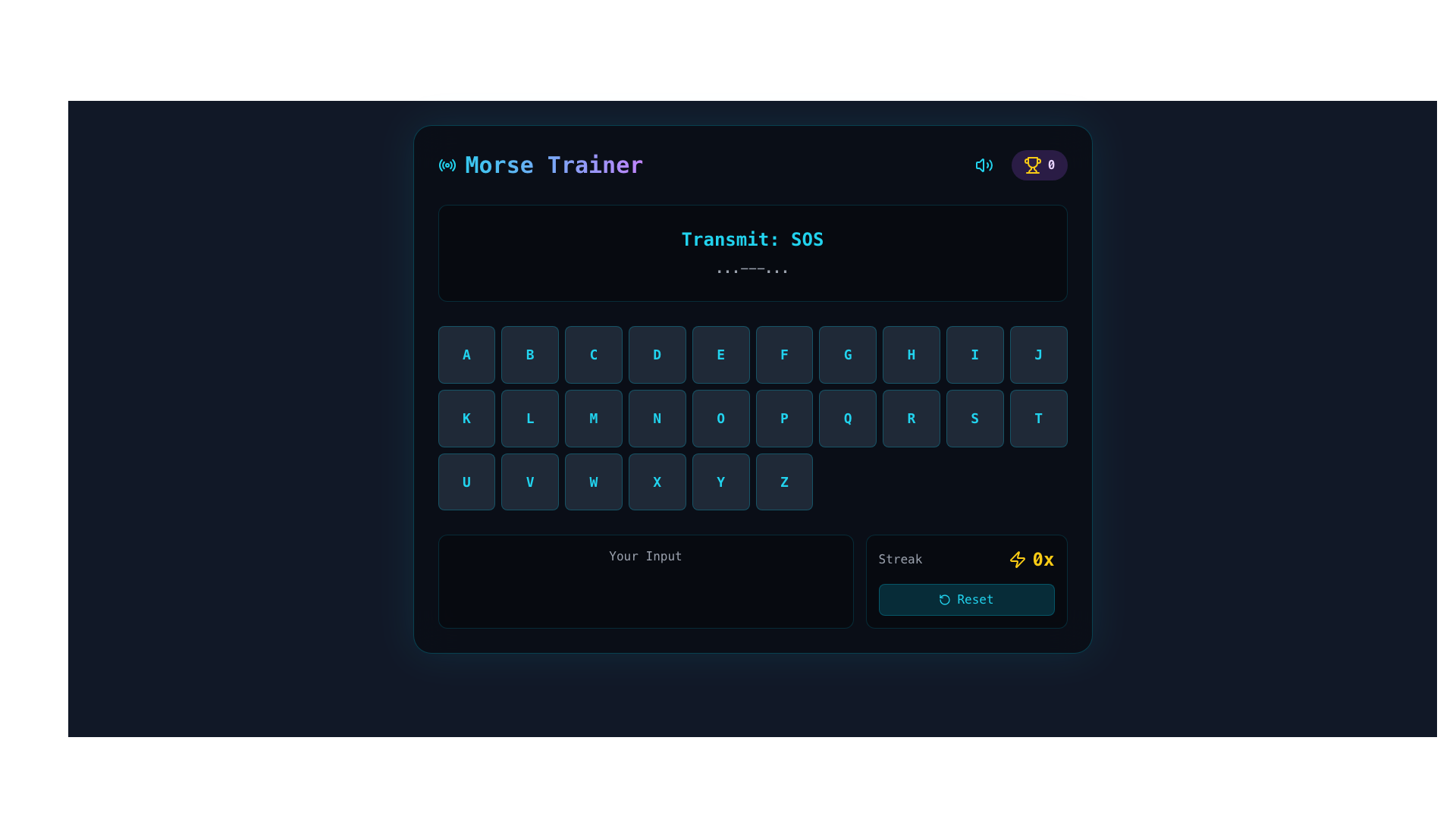 This screenshot has width=1456, height=819. I want to click on the square-shaped button labeled 'I' which is dark gray with cyan text and a cyan border, located in the first row of the grid of buttons, so click(974, 354).